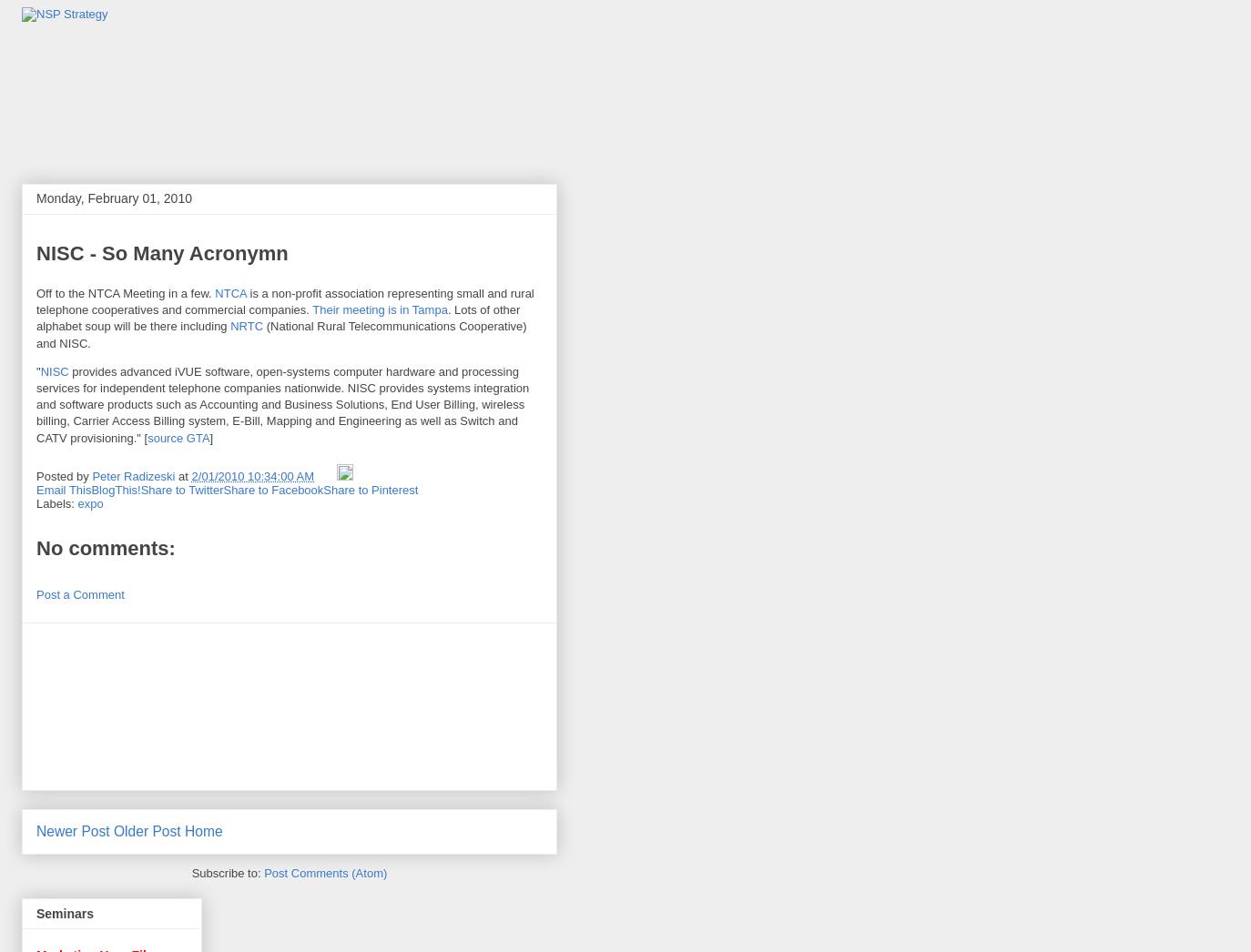 Image resolution: width=1251 pixels, height=952 pixels. What do you see at coordinates (160, 253) in the screenshot?
I see `'NISC - So Many Acronymn'` at bounding box center [160, 253].